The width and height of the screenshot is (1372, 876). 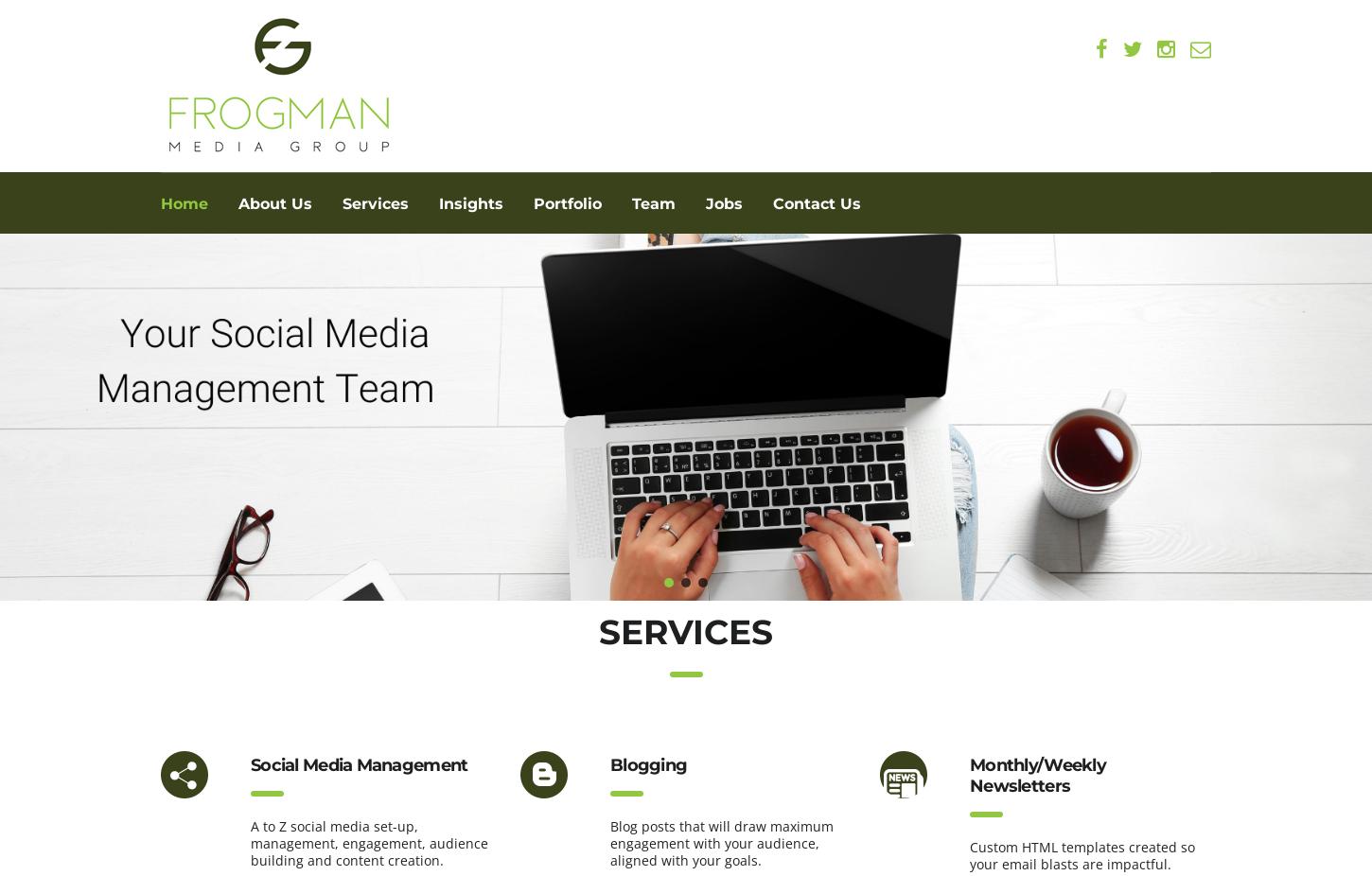 I want to click on 'Newsletters', so click(x=1019, y=785).